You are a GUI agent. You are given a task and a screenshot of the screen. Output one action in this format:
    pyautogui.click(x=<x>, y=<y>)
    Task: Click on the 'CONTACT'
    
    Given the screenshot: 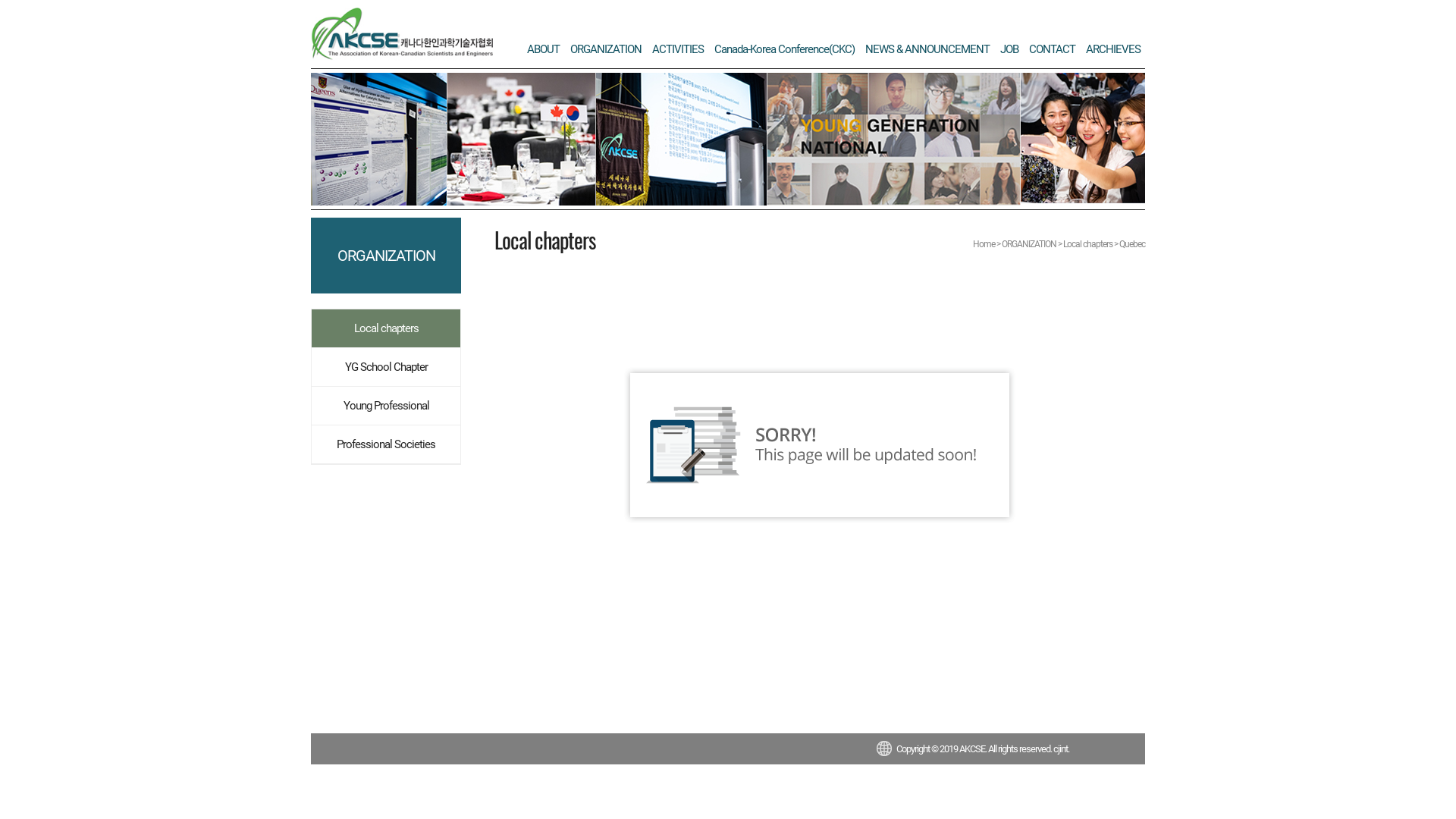 What is the action you would take?
    pyautogui.click(x=1051, y=49)
    